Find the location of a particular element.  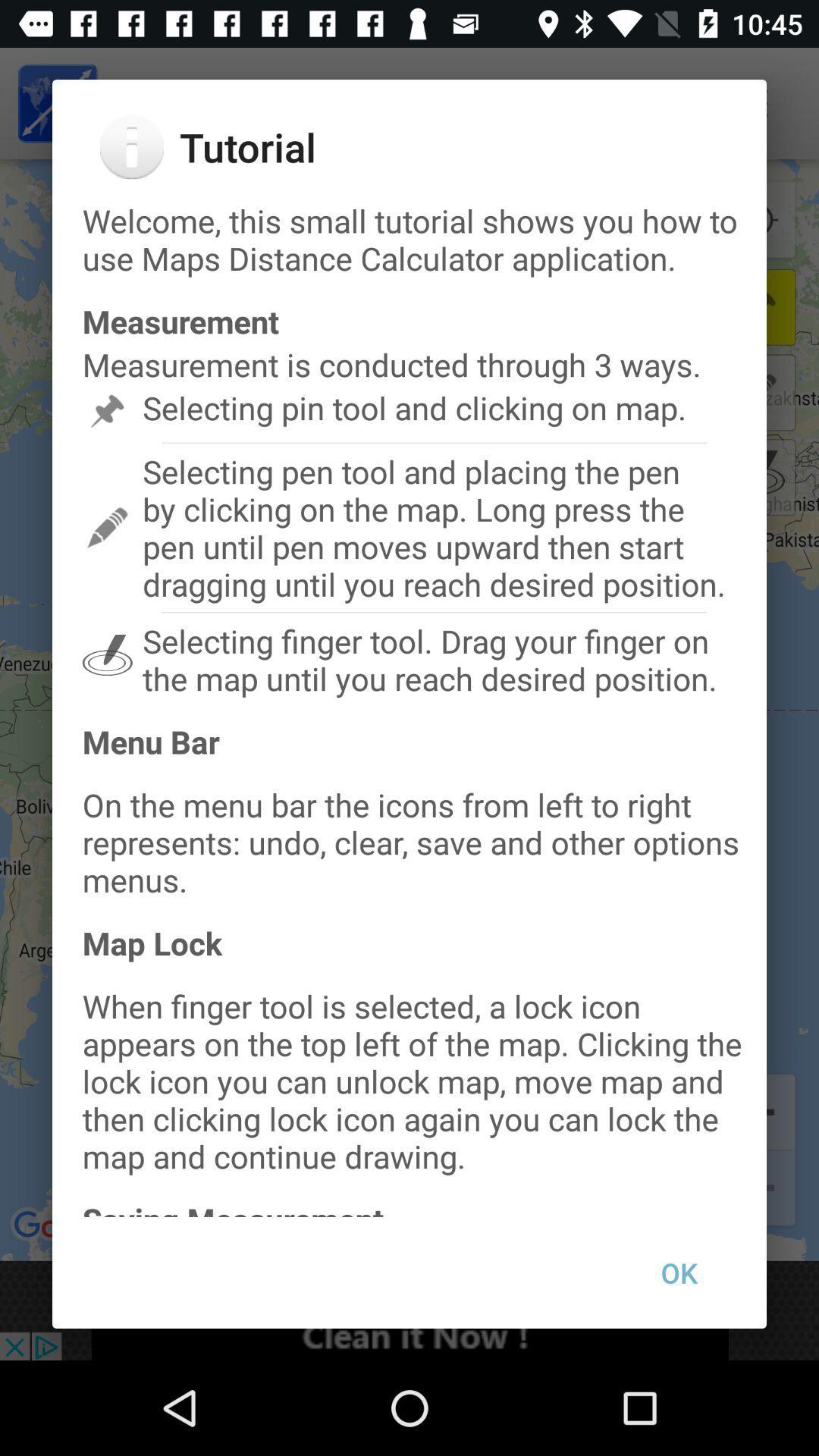

ok is located at coordinates (678, 1272).